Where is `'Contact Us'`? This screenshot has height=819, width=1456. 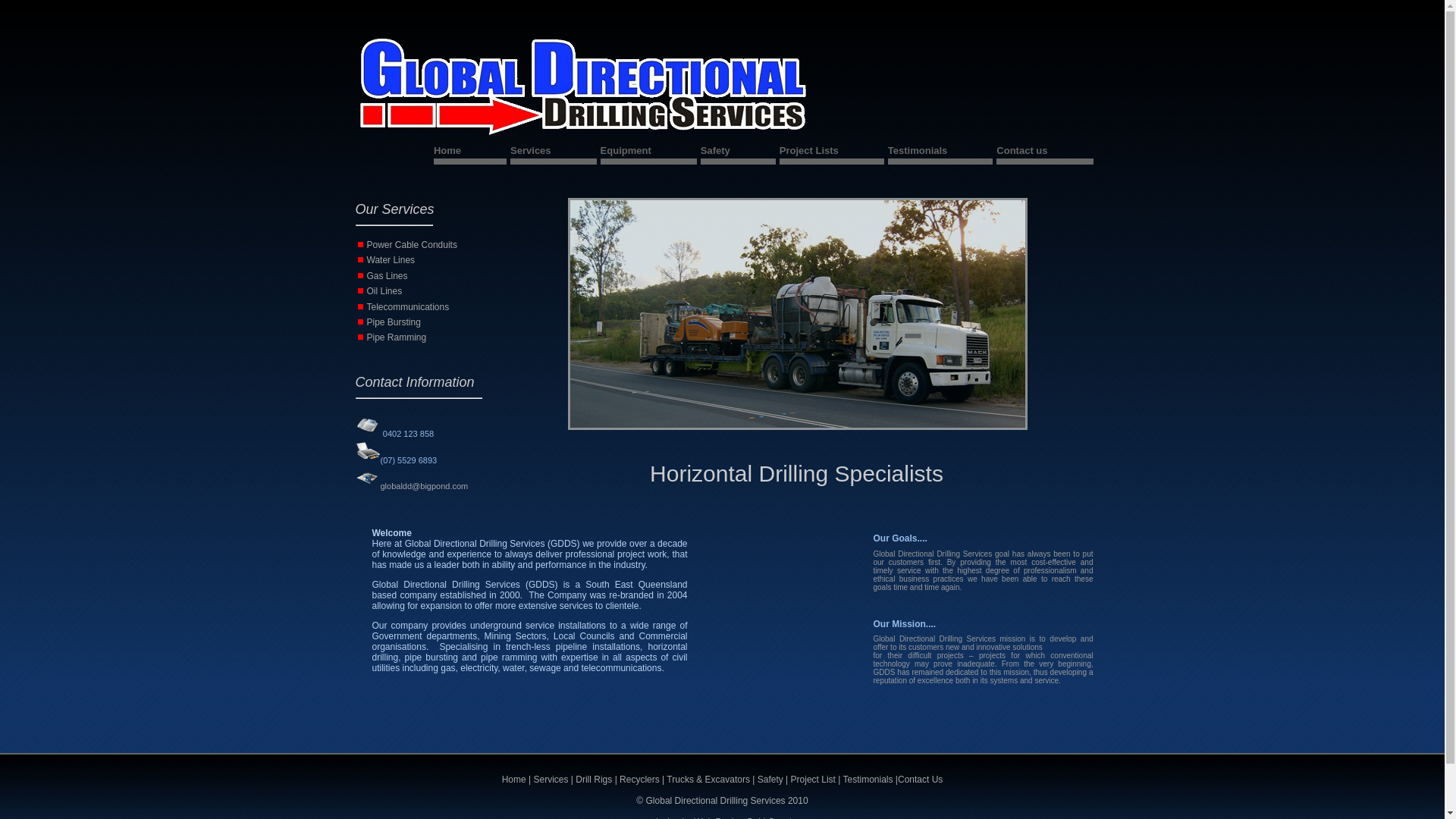 'Contact Us' is located at coordinates (919, 780).